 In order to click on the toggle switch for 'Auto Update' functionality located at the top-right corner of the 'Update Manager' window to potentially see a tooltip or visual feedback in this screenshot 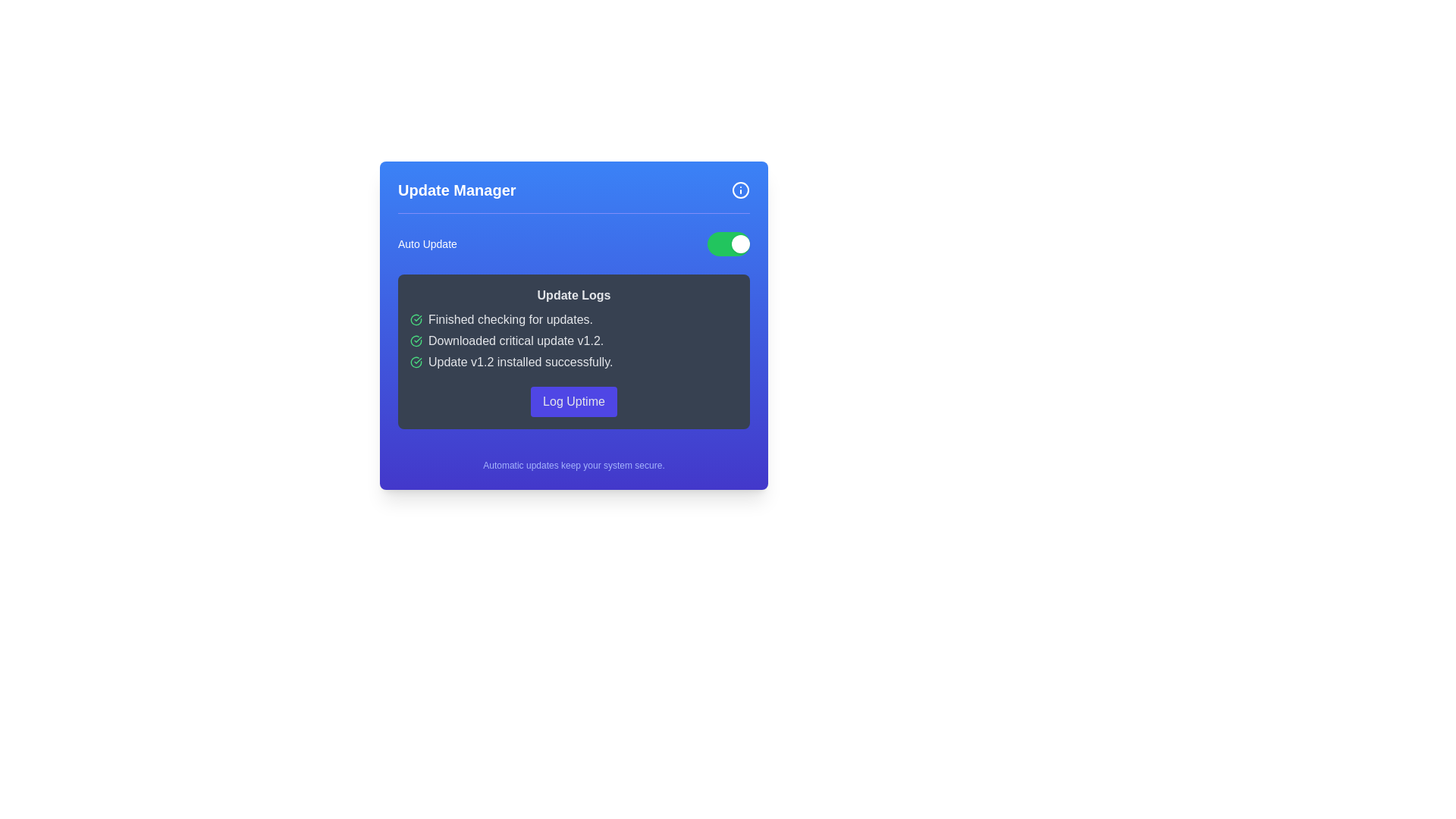, I will do `click(728, 243)`.